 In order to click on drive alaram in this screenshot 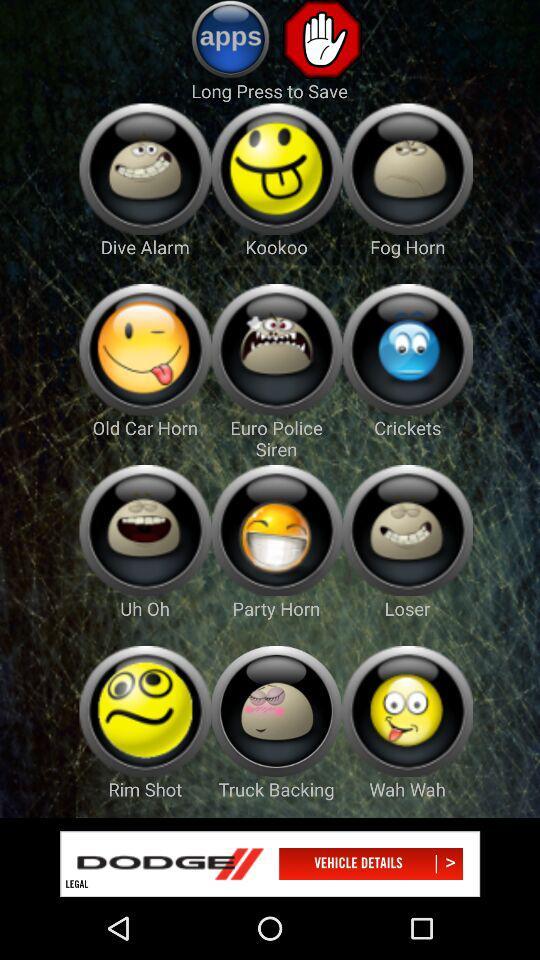, I will do `click(144, 168)`.